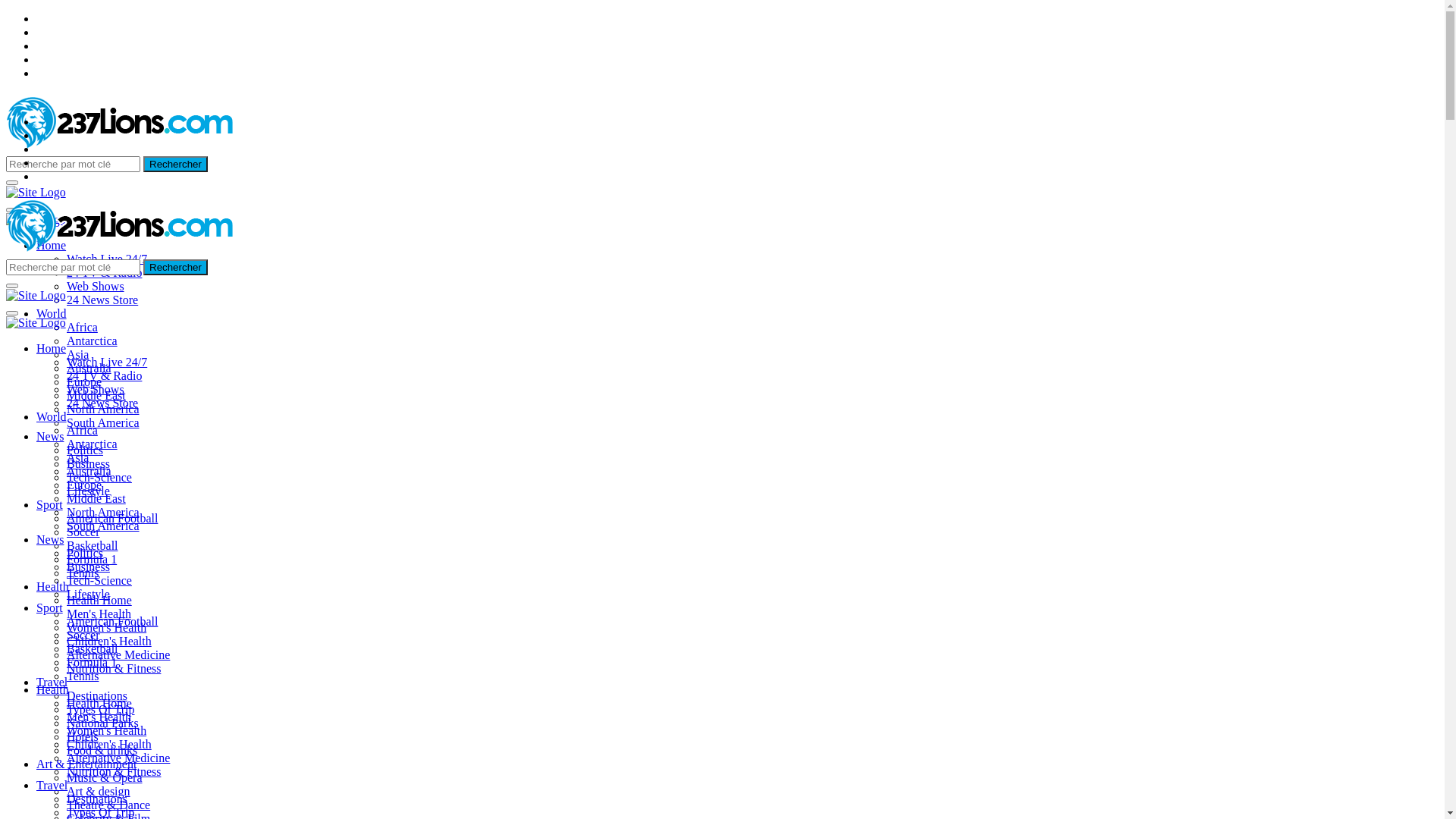  Describe the element at coordinates (98, 613) in the screenshot. I see `'Men's Health'` at that location.